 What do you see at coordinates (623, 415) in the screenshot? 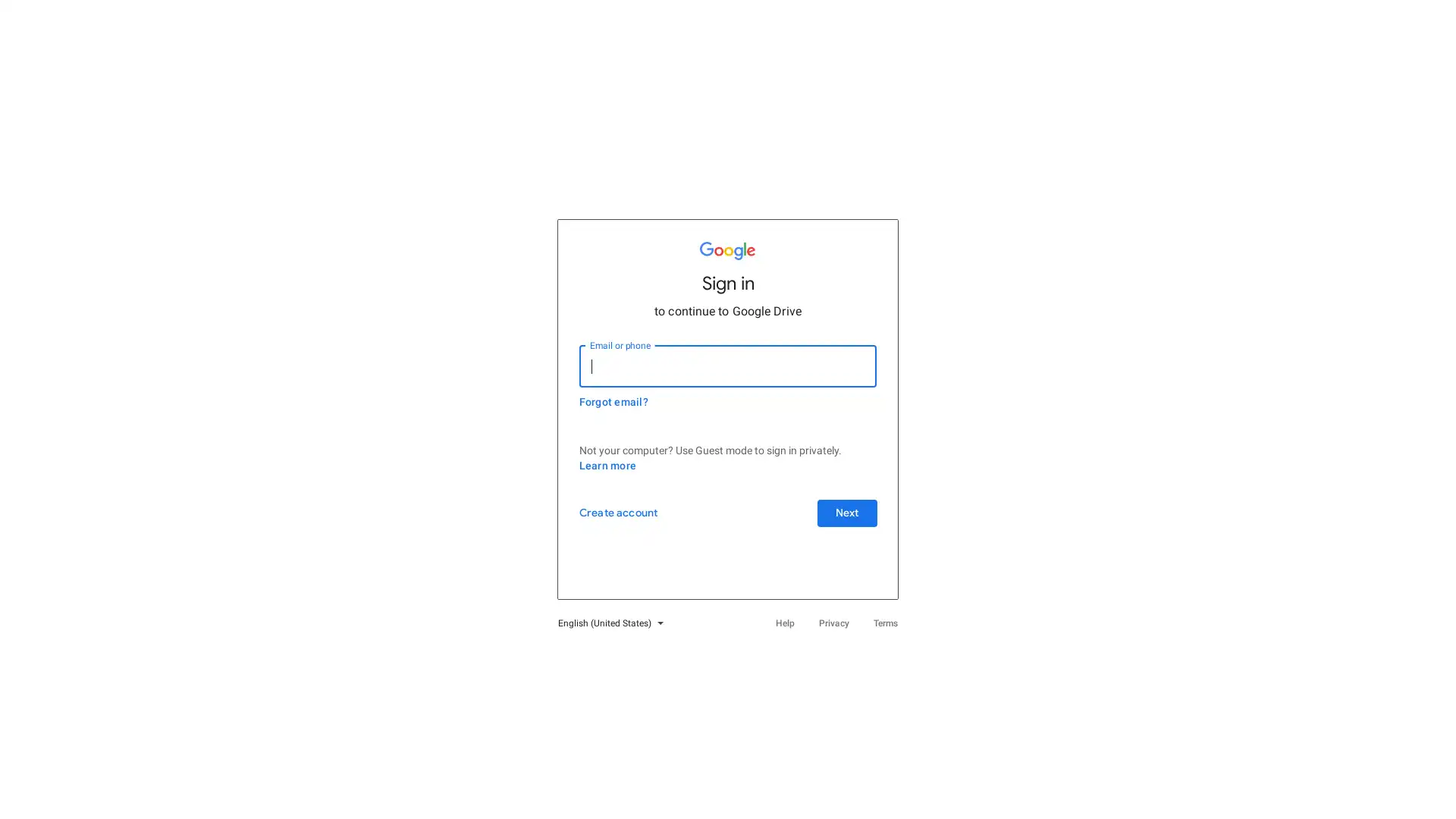
I see `Forgot email?` at bounding box center [623, 415].